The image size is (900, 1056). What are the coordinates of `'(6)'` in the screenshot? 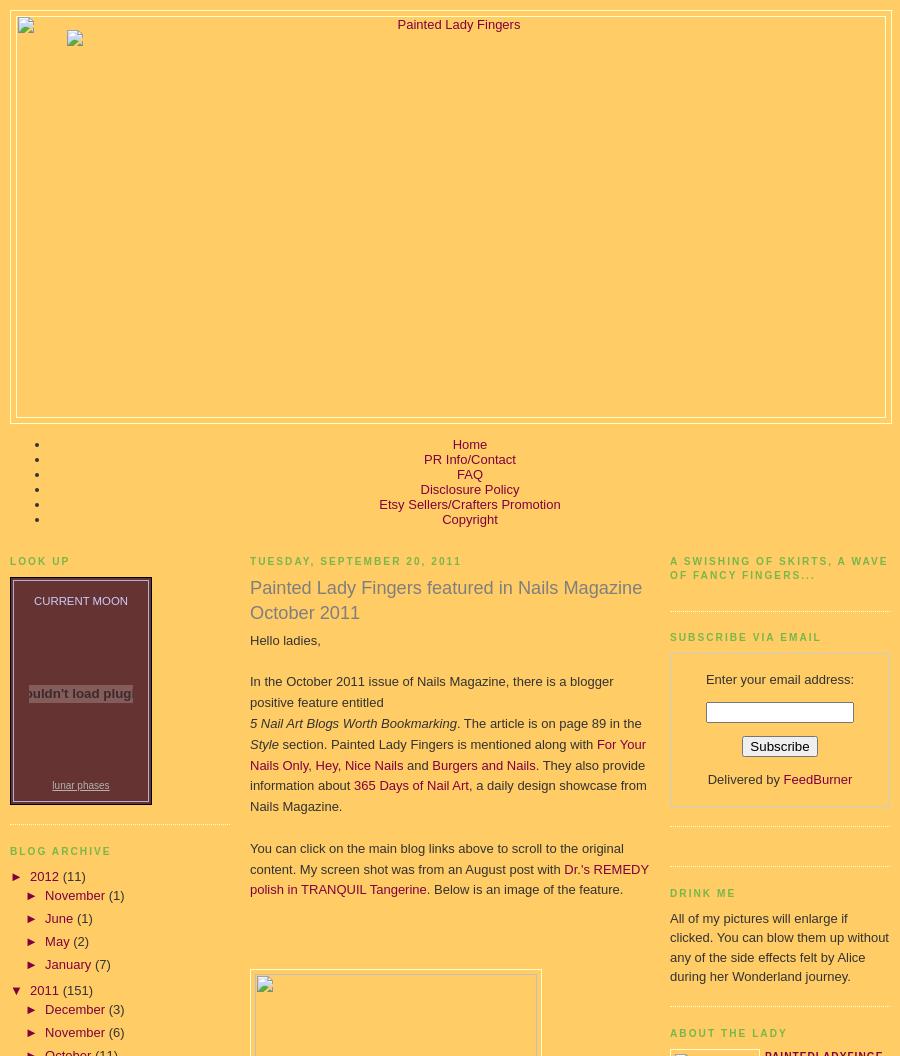 It's located at (107, 1030).